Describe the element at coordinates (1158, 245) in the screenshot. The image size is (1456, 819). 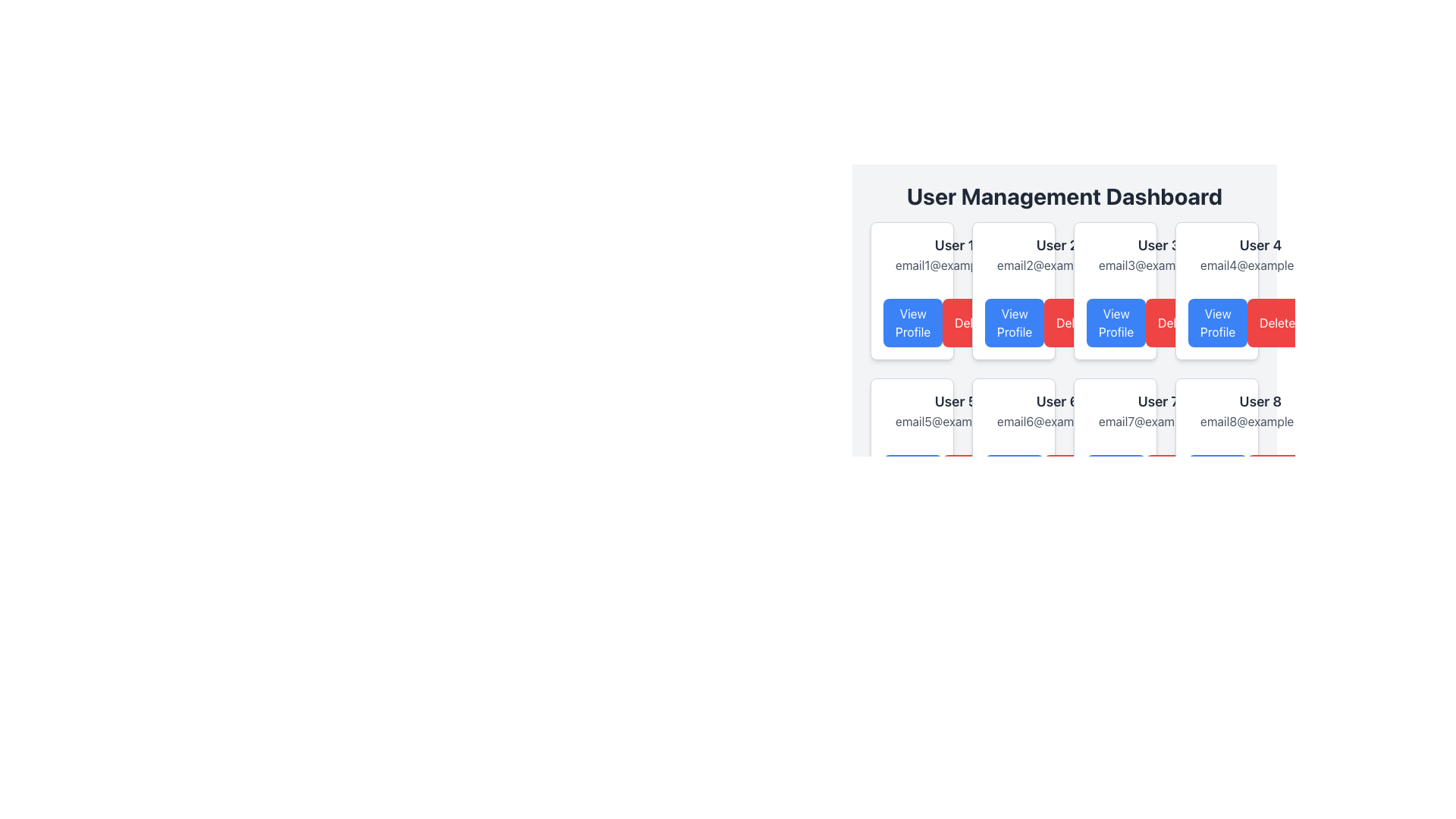
I see `the 'User 3' text label, which is prominently displayed in a large, bold, dark font within the third user card in the top row of the user management dashboard` at that location.